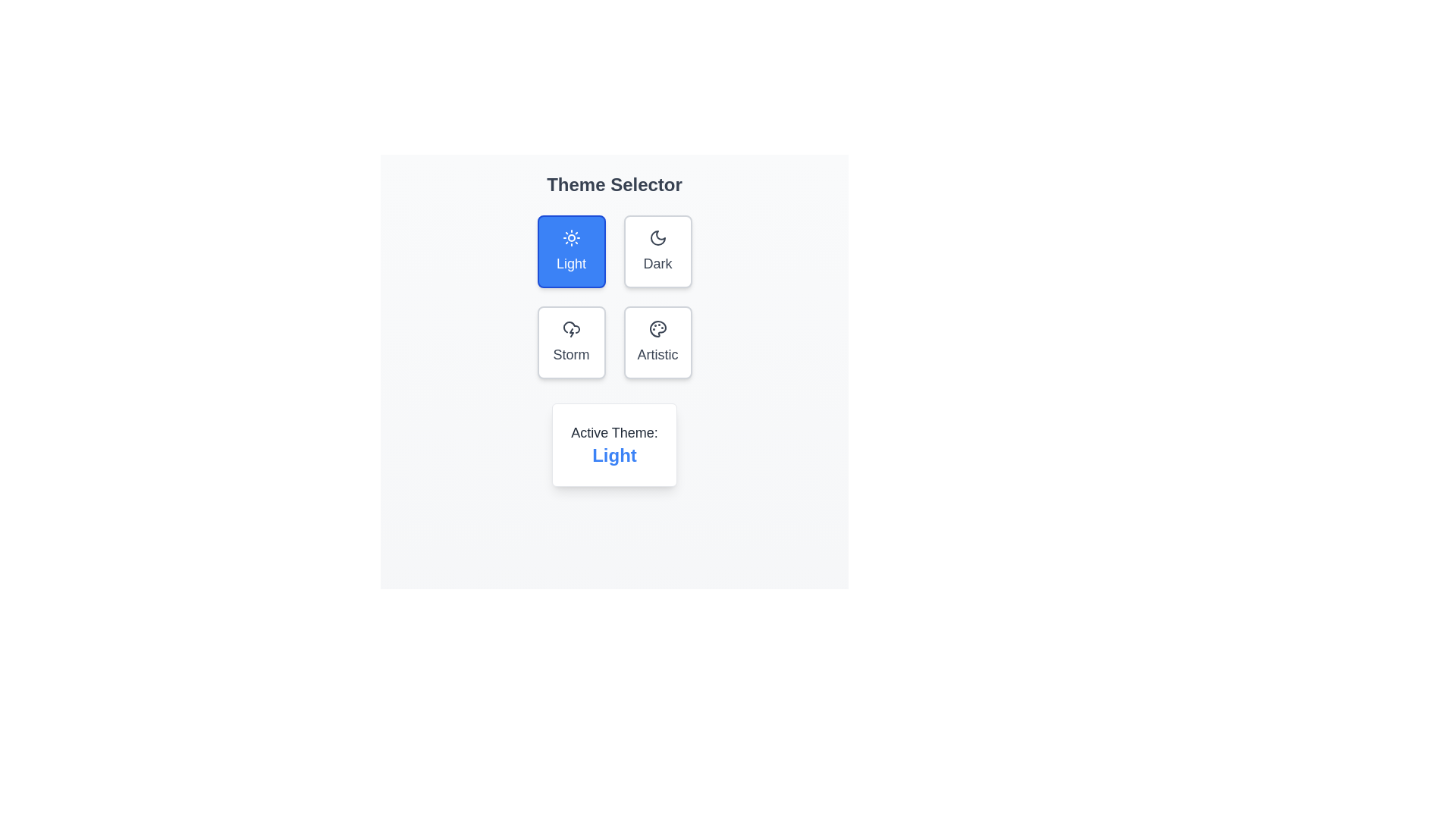 Image resolution: width=1456 pixels, height=819 pixels. Describe the element at coordinates (570, 250) in the screenshot. I see `the button corresponding to the theme Light` at that location.